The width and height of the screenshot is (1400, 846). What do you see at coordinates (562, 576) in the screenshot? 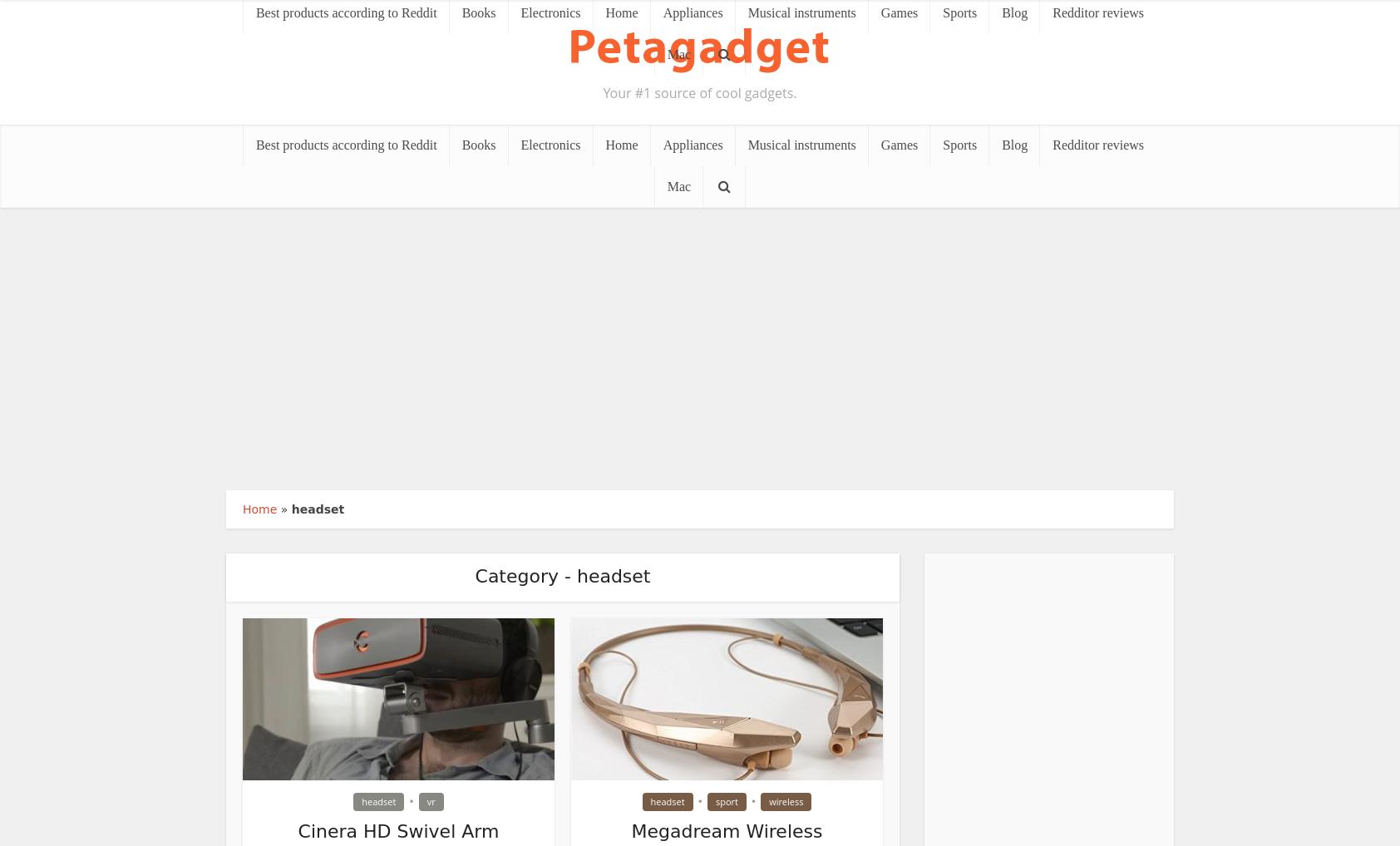
I see `'Category - headset'` at bounding box center [562, 576].